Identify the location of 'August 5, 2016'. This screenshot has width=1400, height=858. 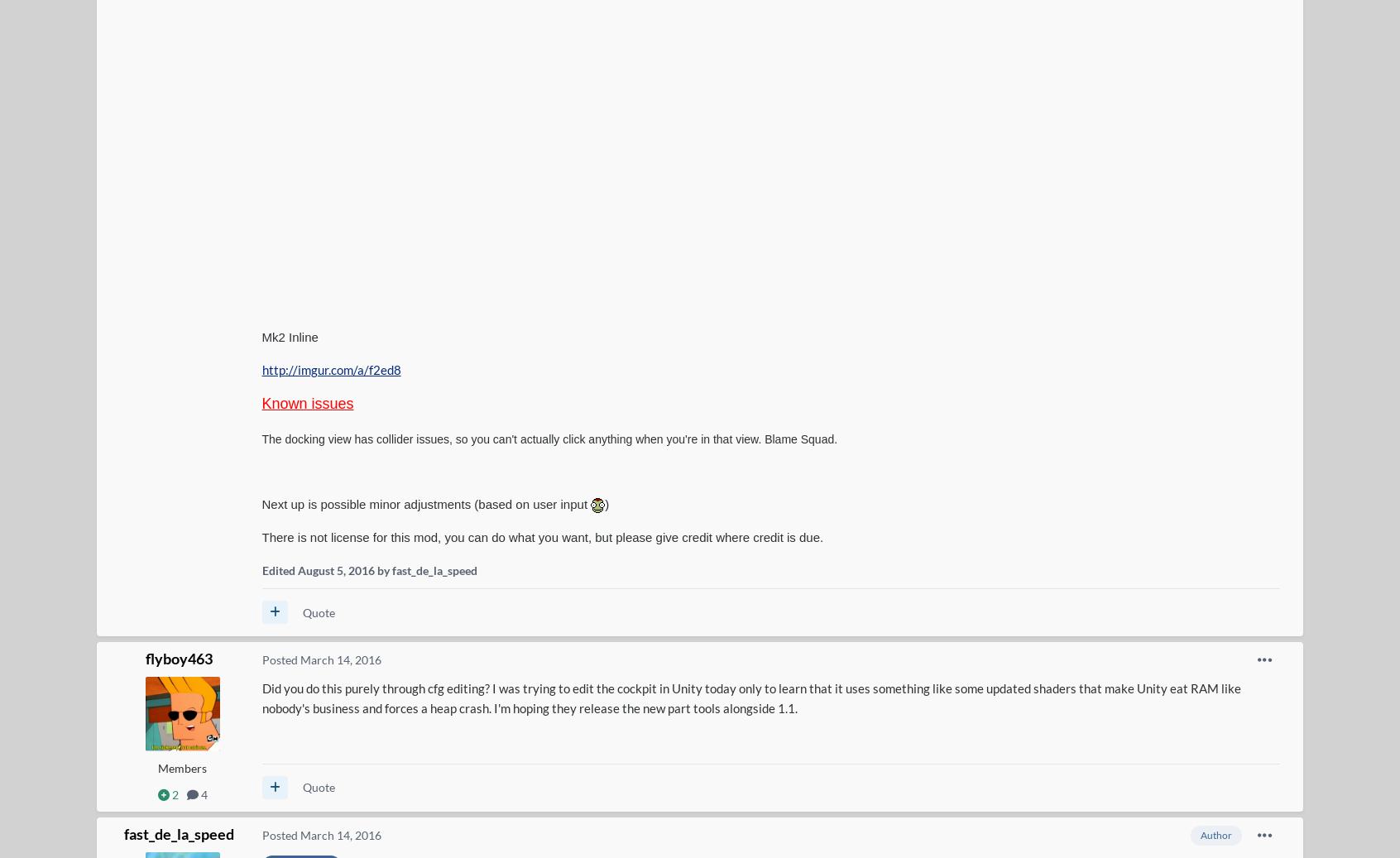
(335, 569).